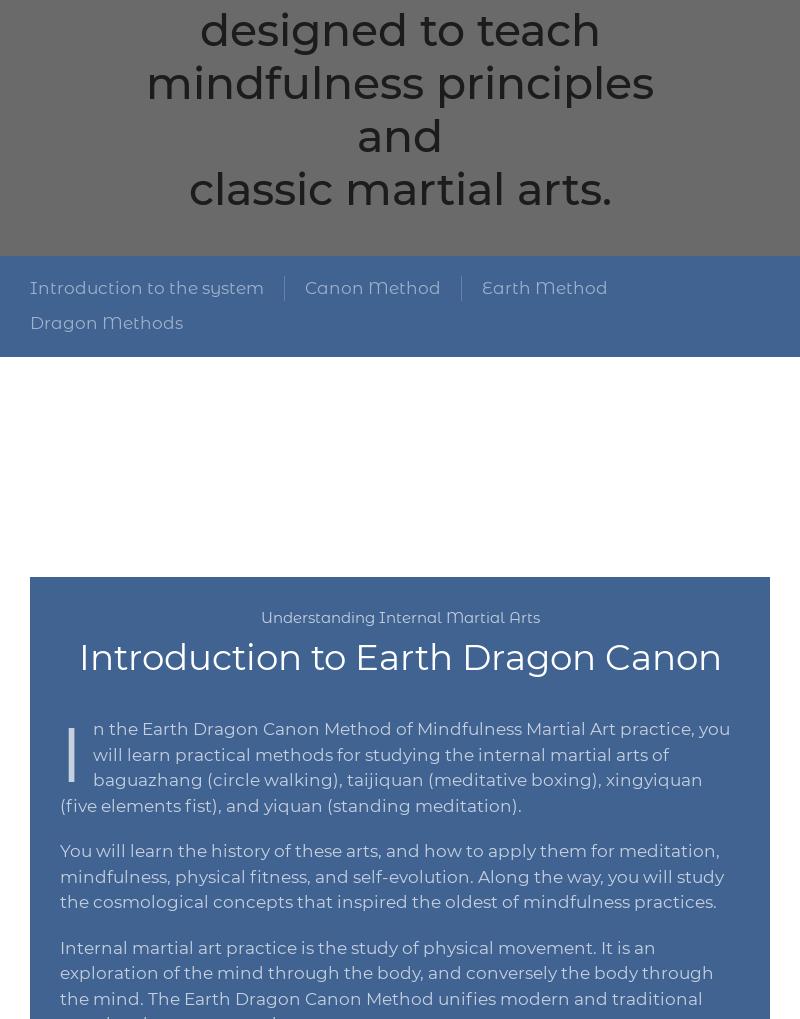 This screenshot has width=800, height=1019. Describe the element at coordinates (105, 322) in the screenshot. I see `'Dragon Methods'` at that location.